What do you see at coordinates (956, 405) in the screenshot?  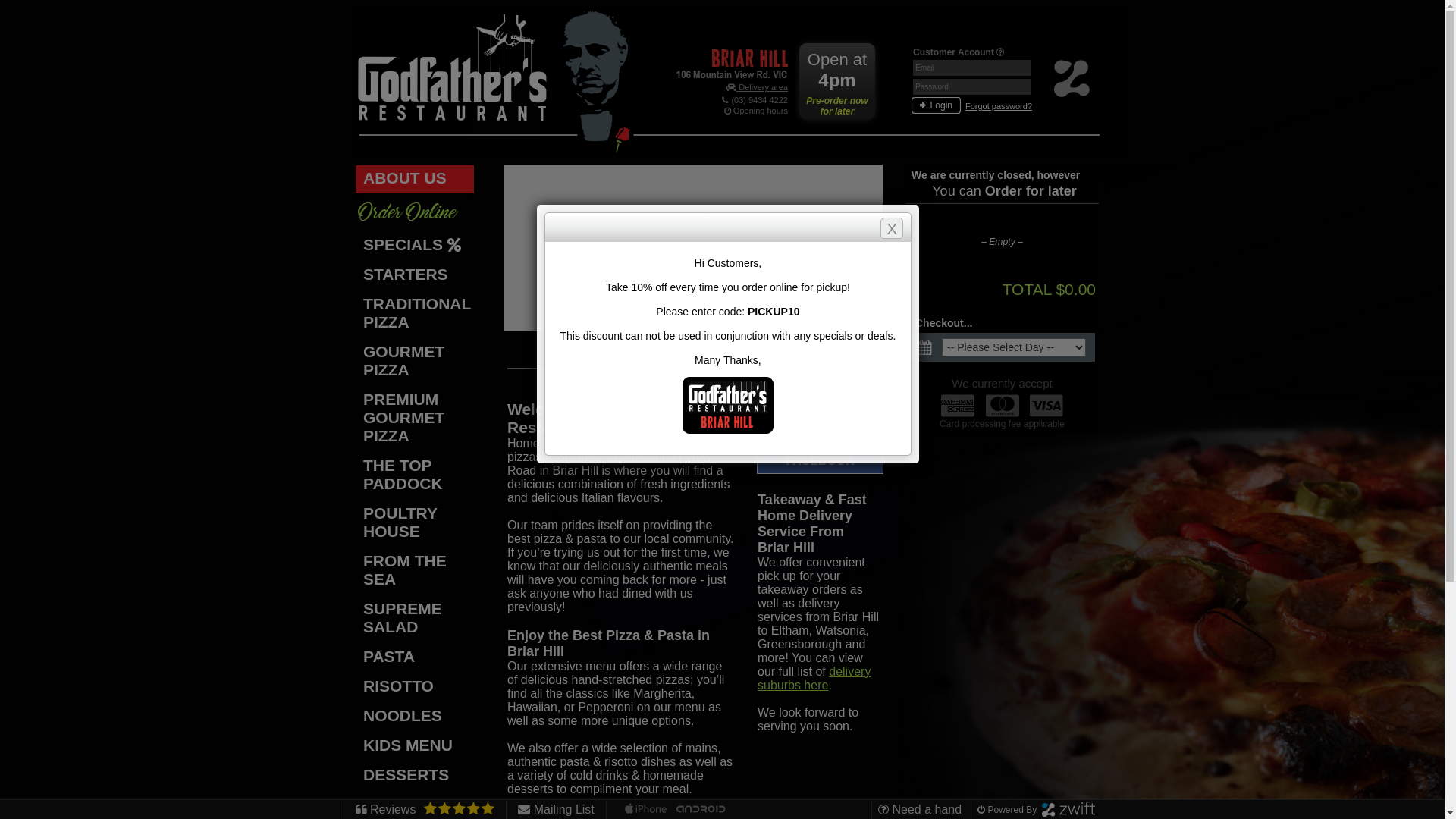 I see `'American Express'` at bounding box center [956, 405].